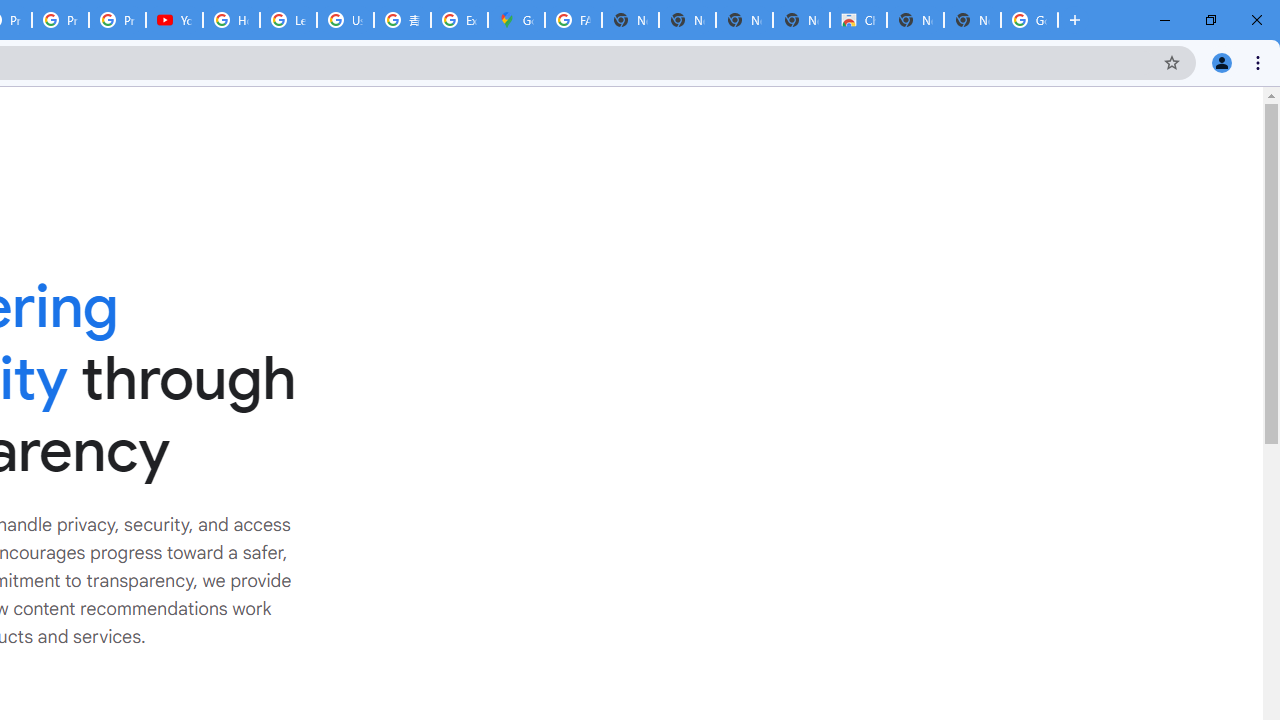 Image resolution: width=1280 pixels, height=720 pixels. I want to click on 'YouTube', so click(174, 20).